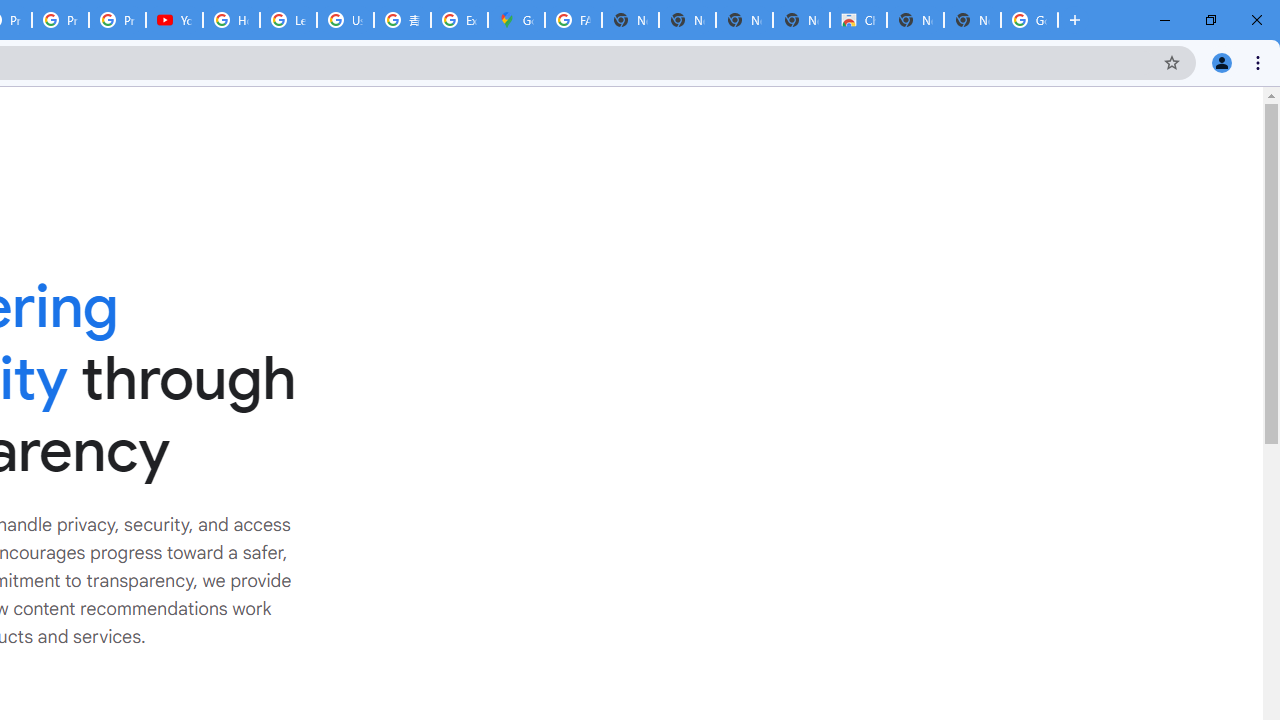 Image resolution: width=1280 pixels, height=720 pixels. I want to click on 'YouTube', so click(174, 20).